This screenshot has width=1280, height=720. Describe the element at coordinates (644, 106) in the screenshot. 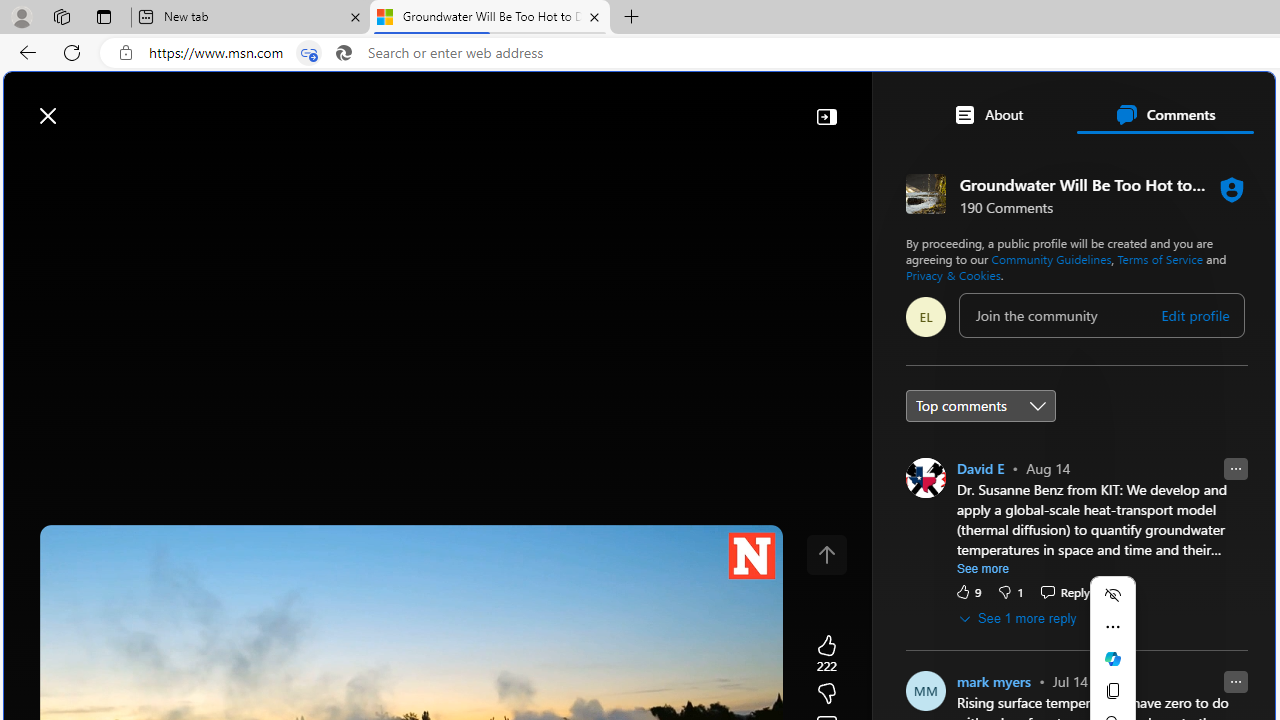

I see `'Enter your search term'` at that location.